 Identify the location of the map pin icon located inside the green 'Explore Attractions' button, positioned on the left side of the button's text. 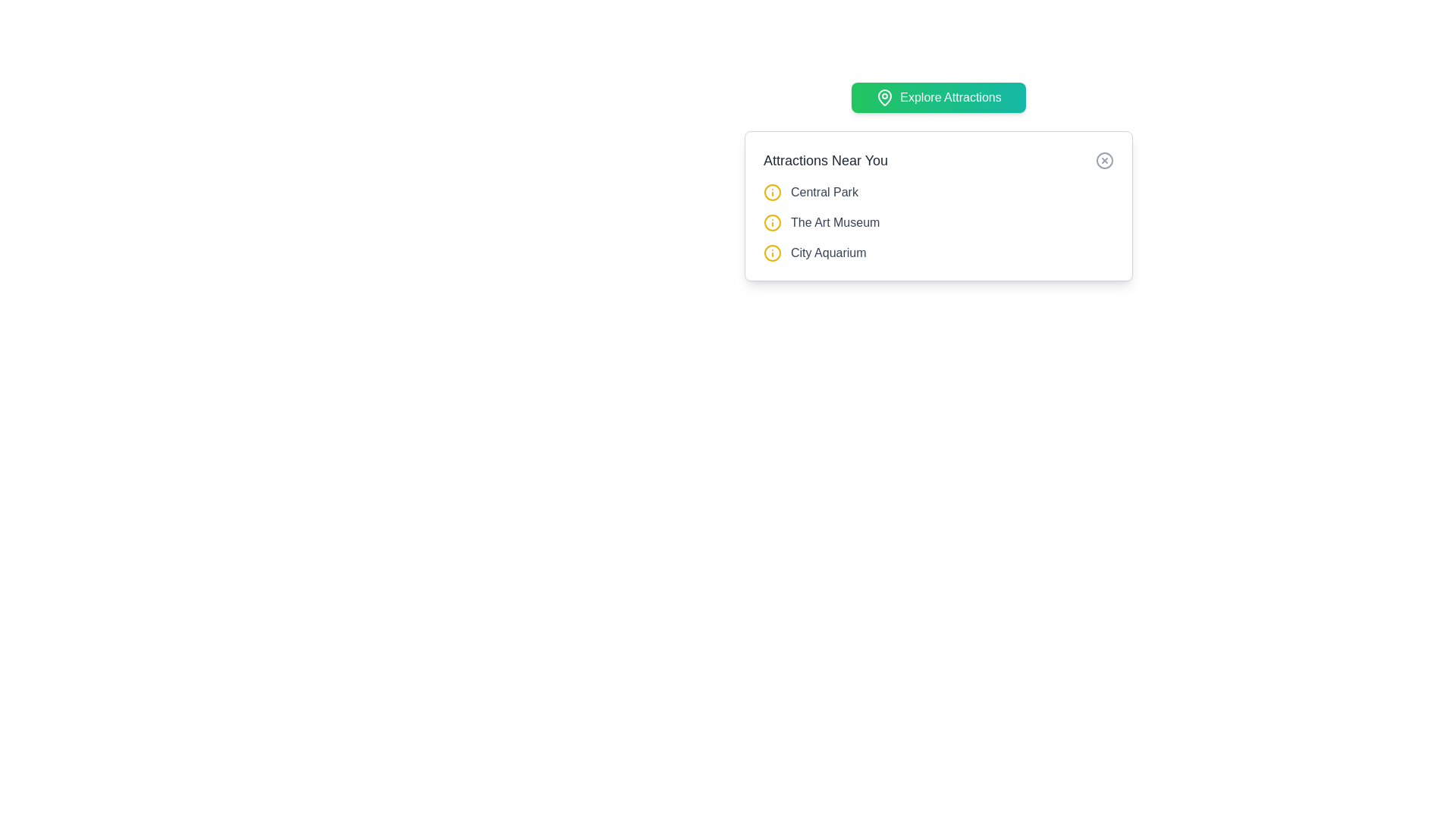
(885, 97).